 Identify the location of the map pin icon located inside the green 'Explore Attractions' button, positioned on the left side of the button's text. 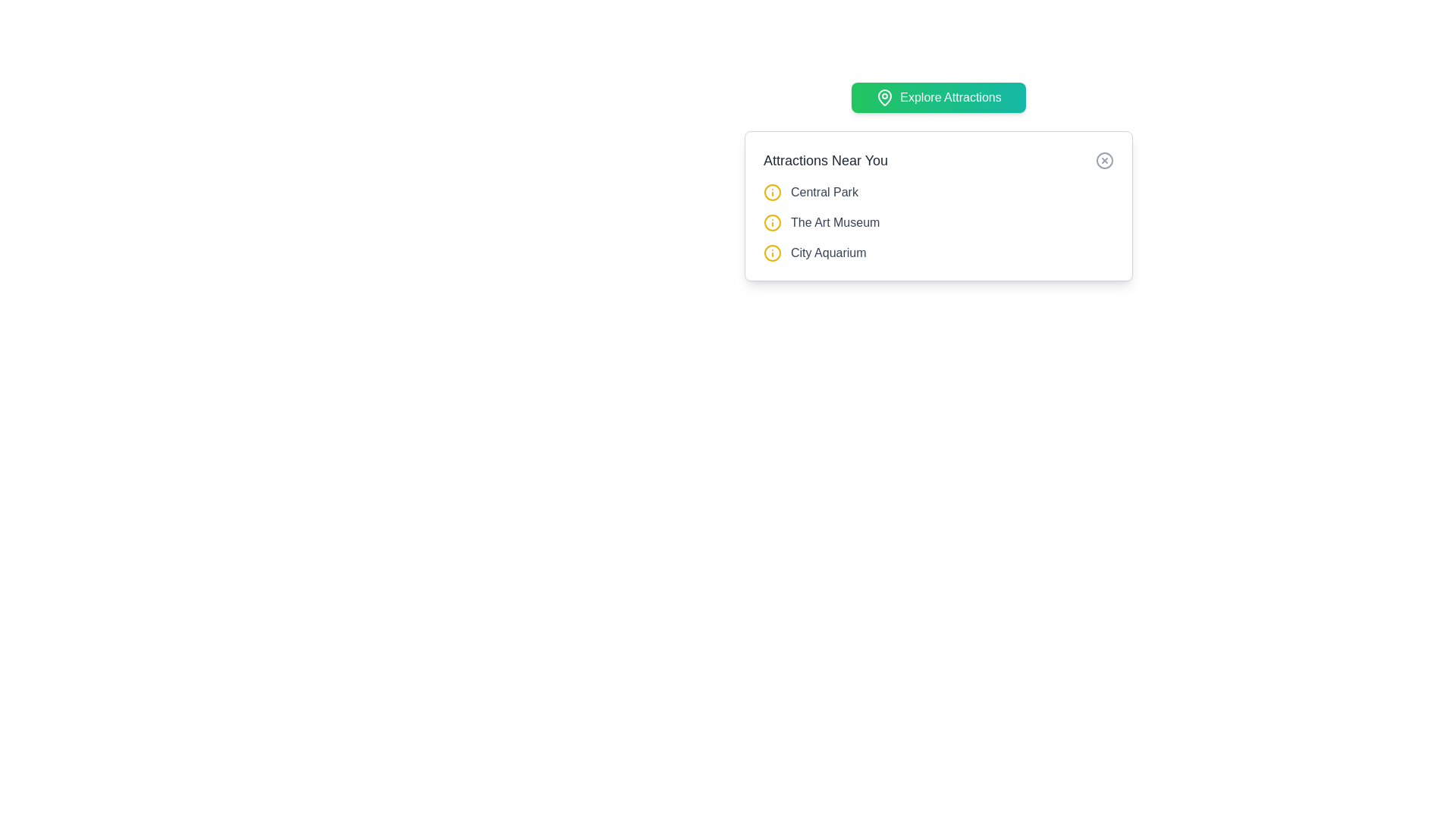
(885, 97).